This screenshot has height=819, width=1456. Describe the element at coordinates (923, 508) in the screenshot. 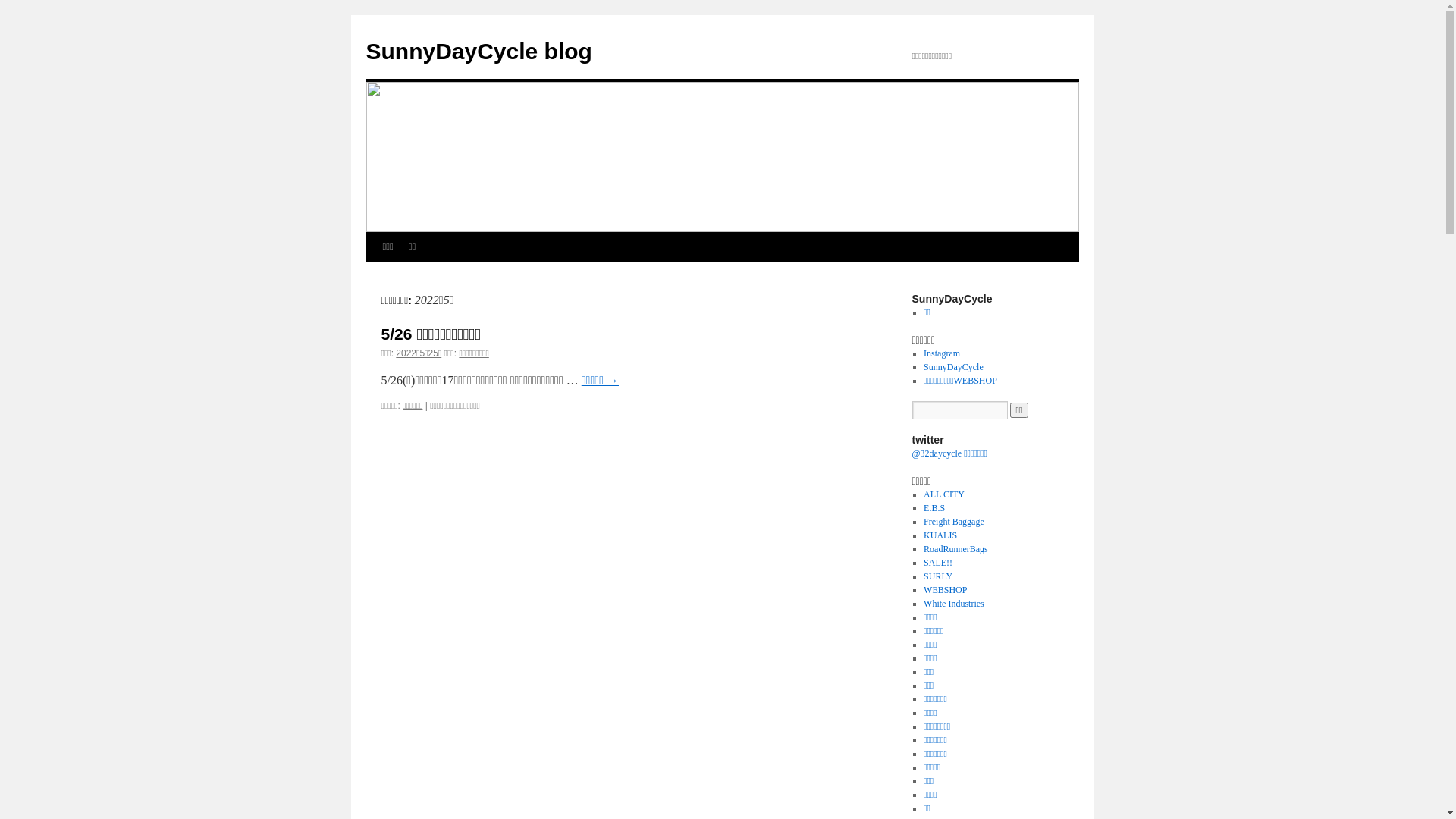

I see `'E.B.S'` at that location.